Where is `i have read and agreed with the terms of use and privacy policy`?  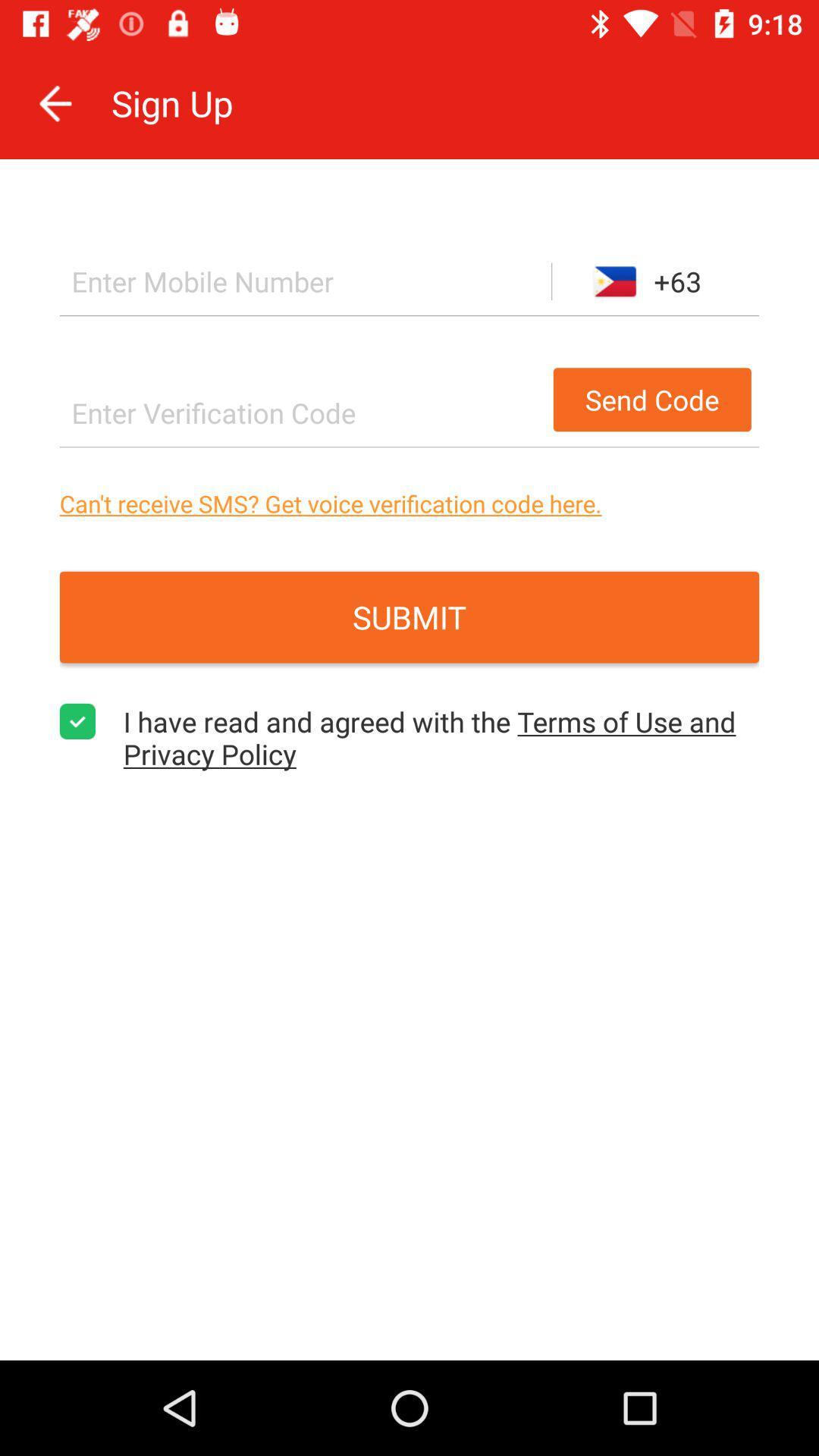 i have read and agreed with the terms of use and privacy policy is located at coordinates (77, 720).